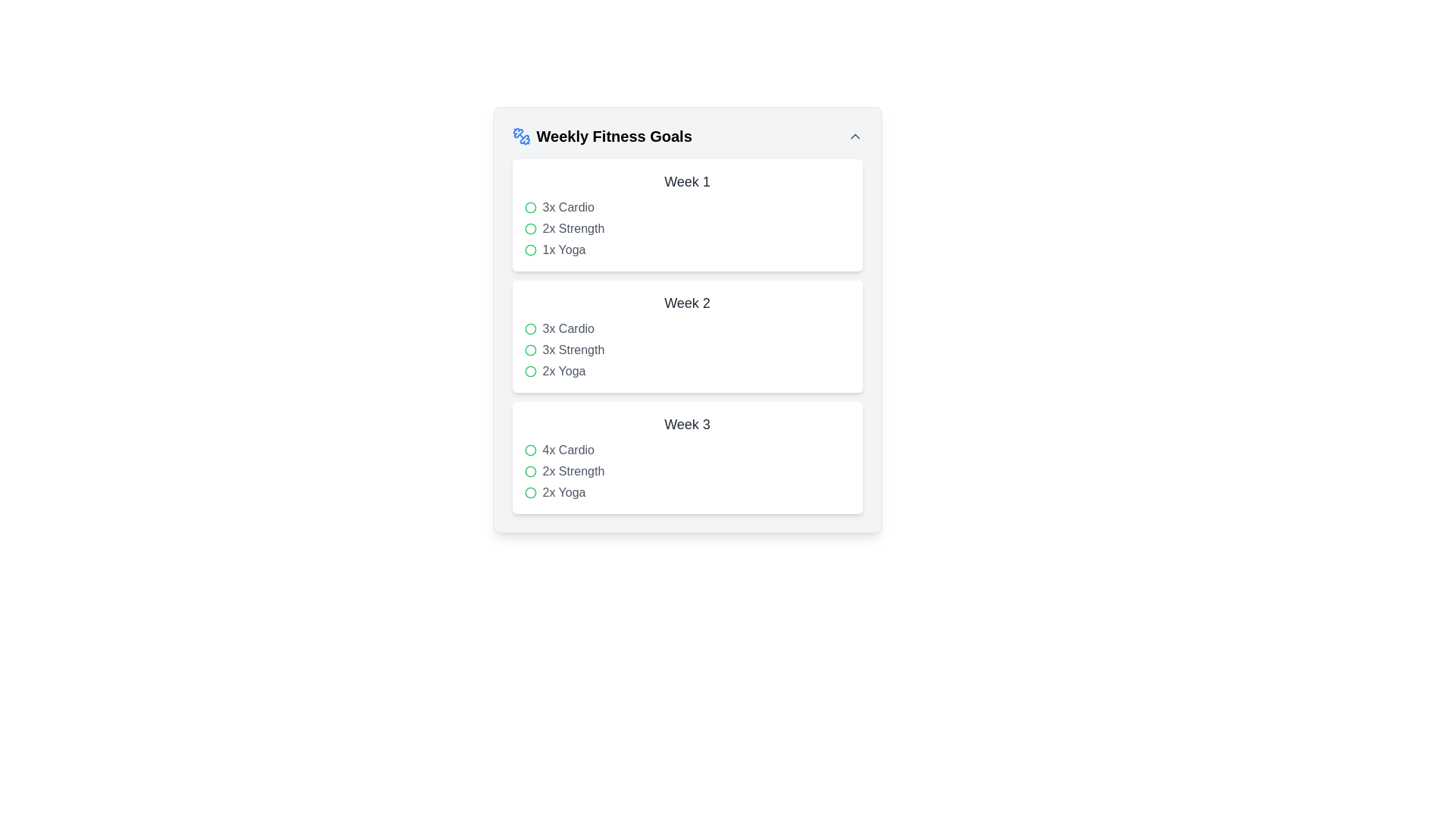  I want to click on the circular graphical icon with a green border representing an unselected state for the task '2x Yoga' in Week 3, so click(530, 493).